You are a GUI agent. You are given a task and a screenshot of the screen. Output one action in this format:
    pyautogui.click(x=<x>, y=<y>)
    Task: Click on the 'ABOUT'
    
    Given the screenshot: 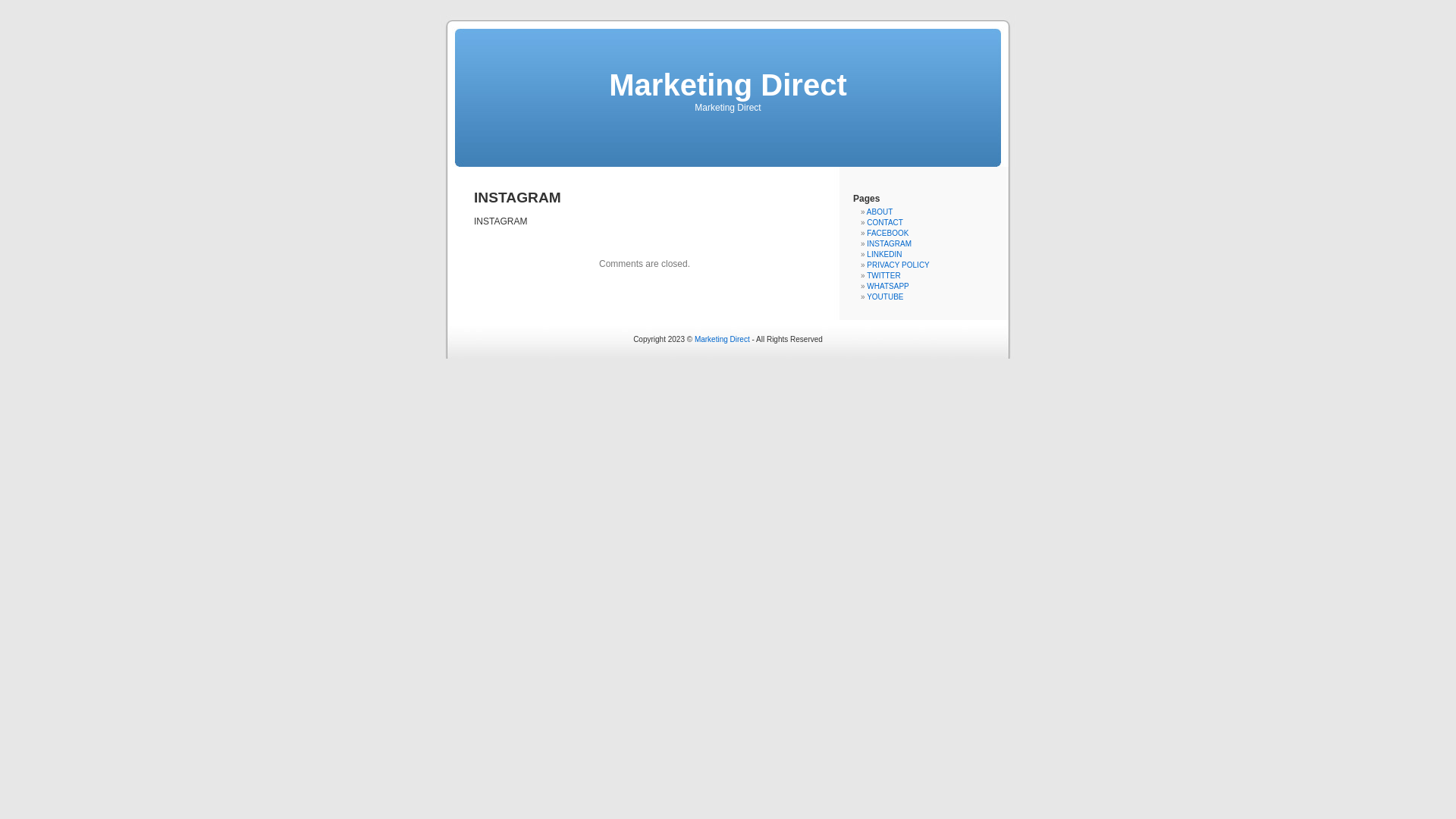 What is the action you would take?
    pyautogui.click(x=880, y=212)
    